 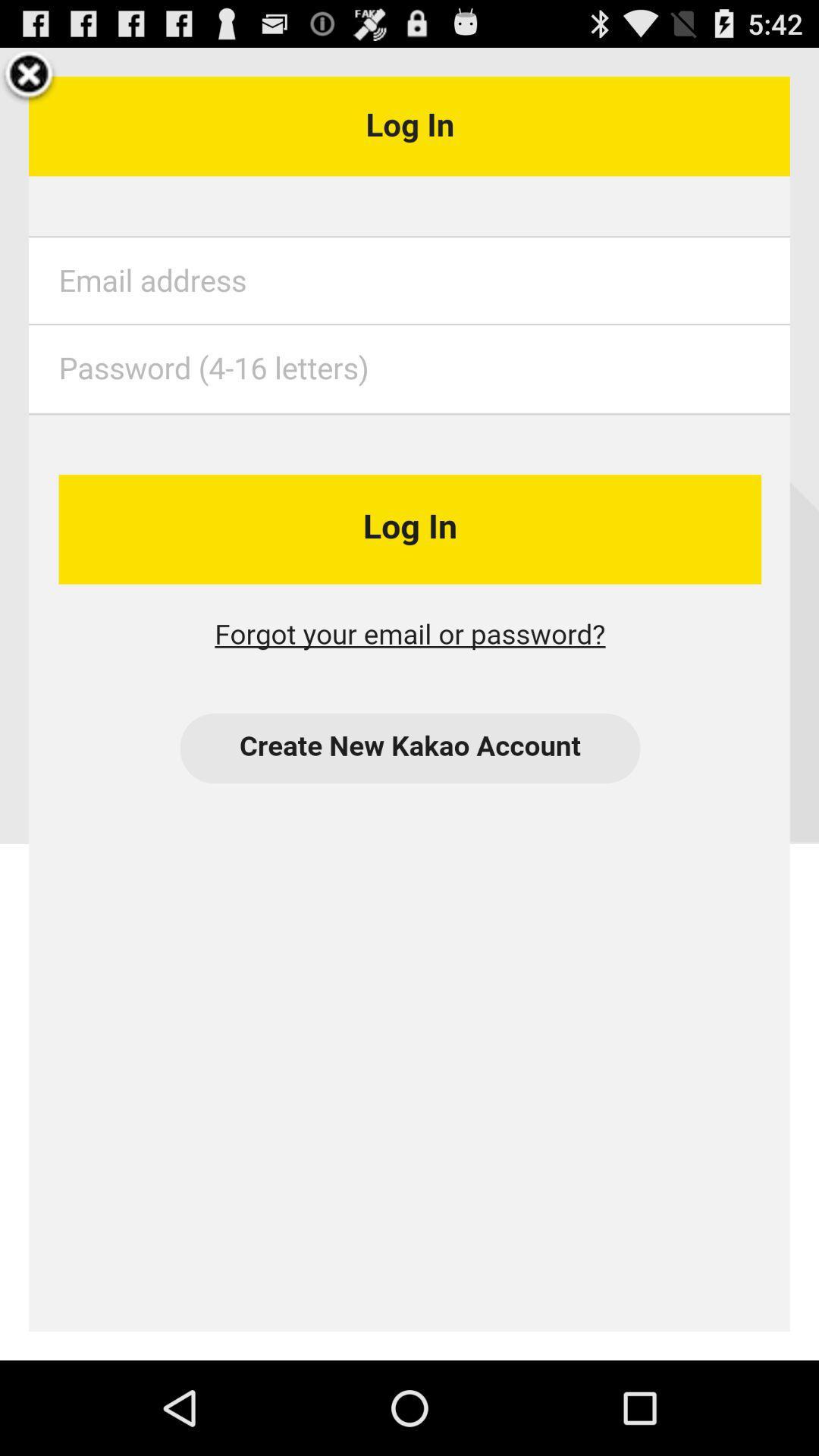 I want to click on tab, so click(x=29, y=76).